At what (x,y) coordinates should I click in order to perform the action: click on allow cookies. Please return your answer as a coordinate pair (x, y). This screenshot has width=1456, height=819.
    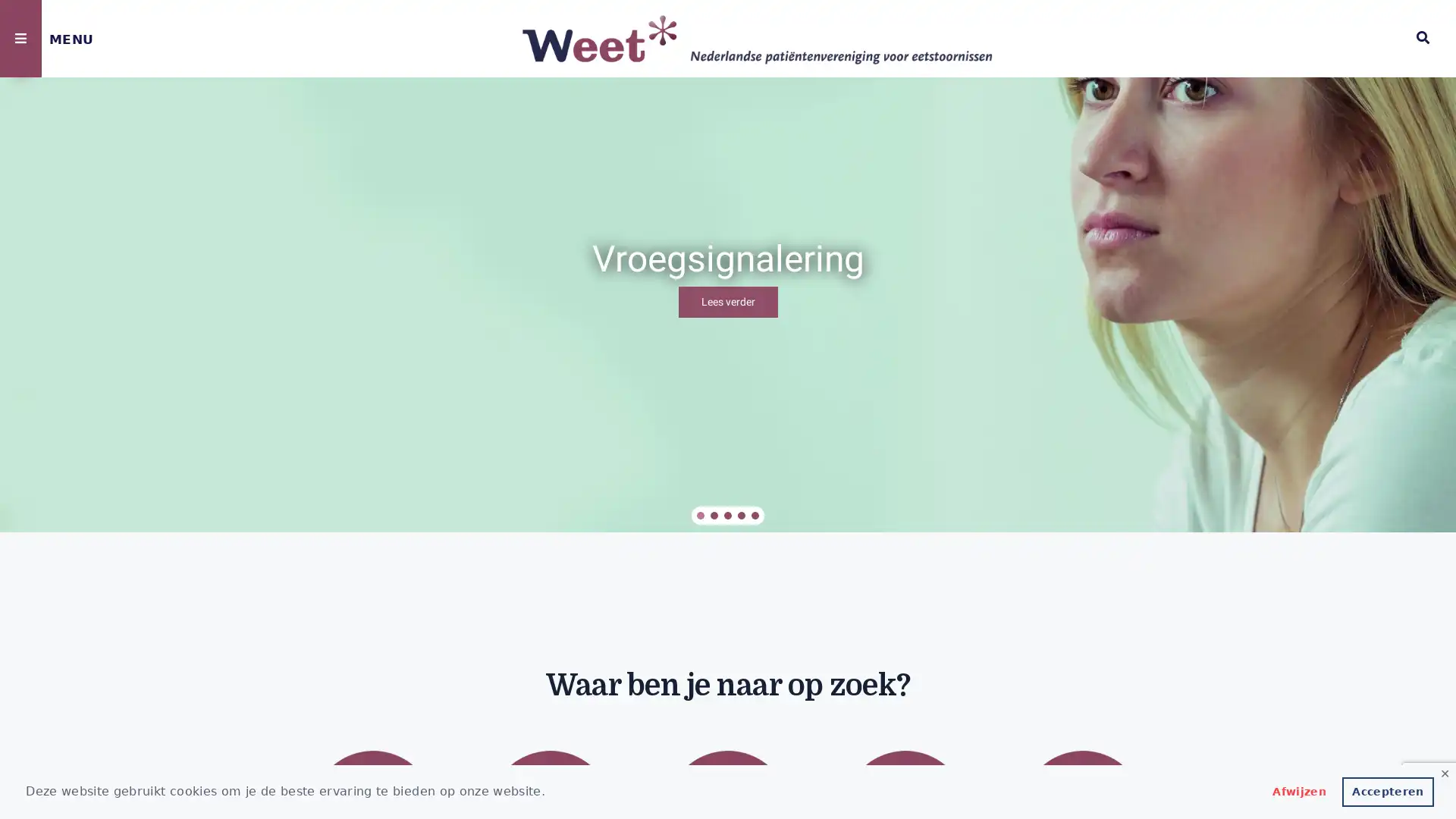
    Looking at the image, I should click on (1387, 791).